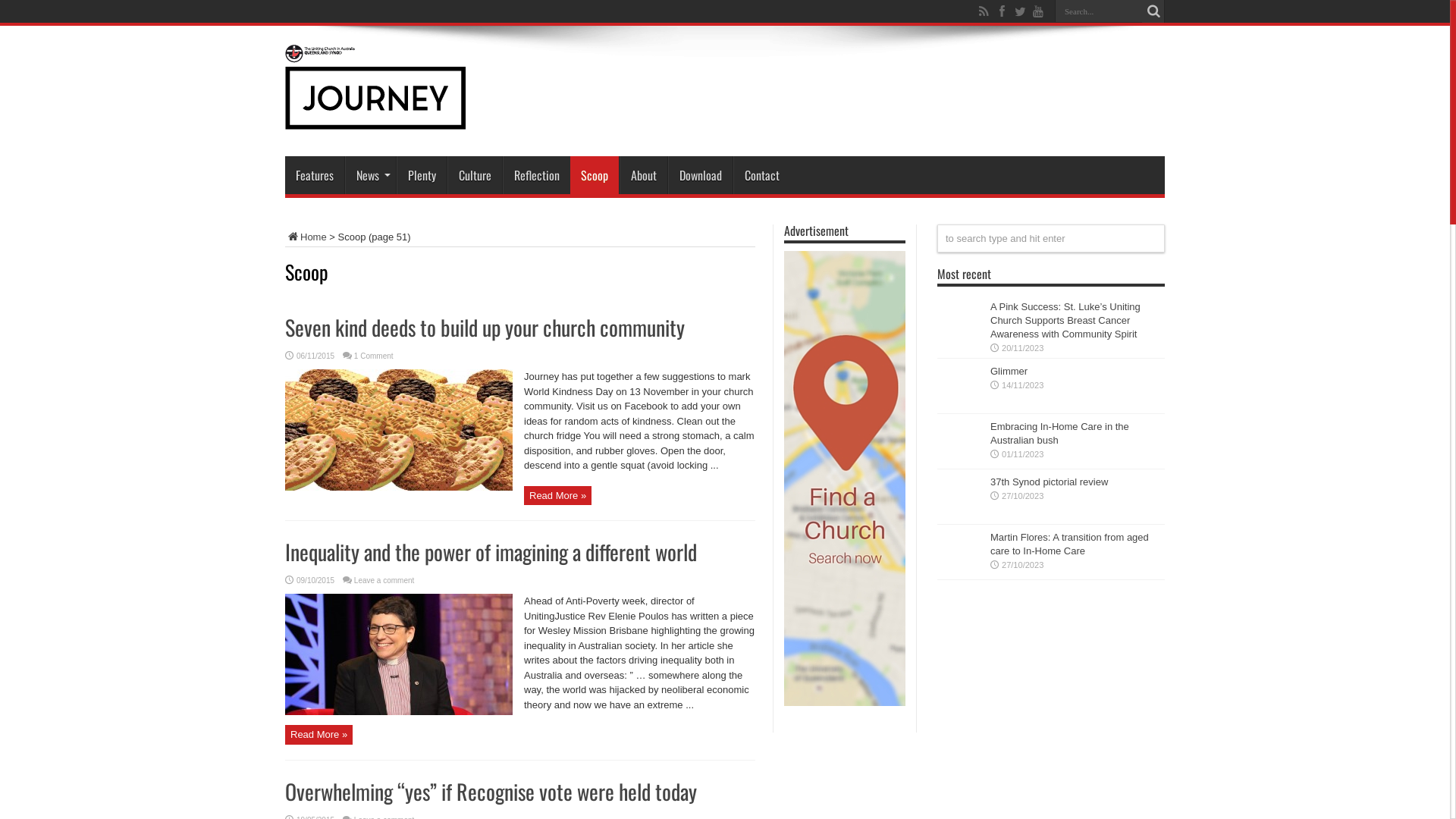 The width and height of the screenshot is (1456, 819). I want to click on 'About', so click(643, 174).